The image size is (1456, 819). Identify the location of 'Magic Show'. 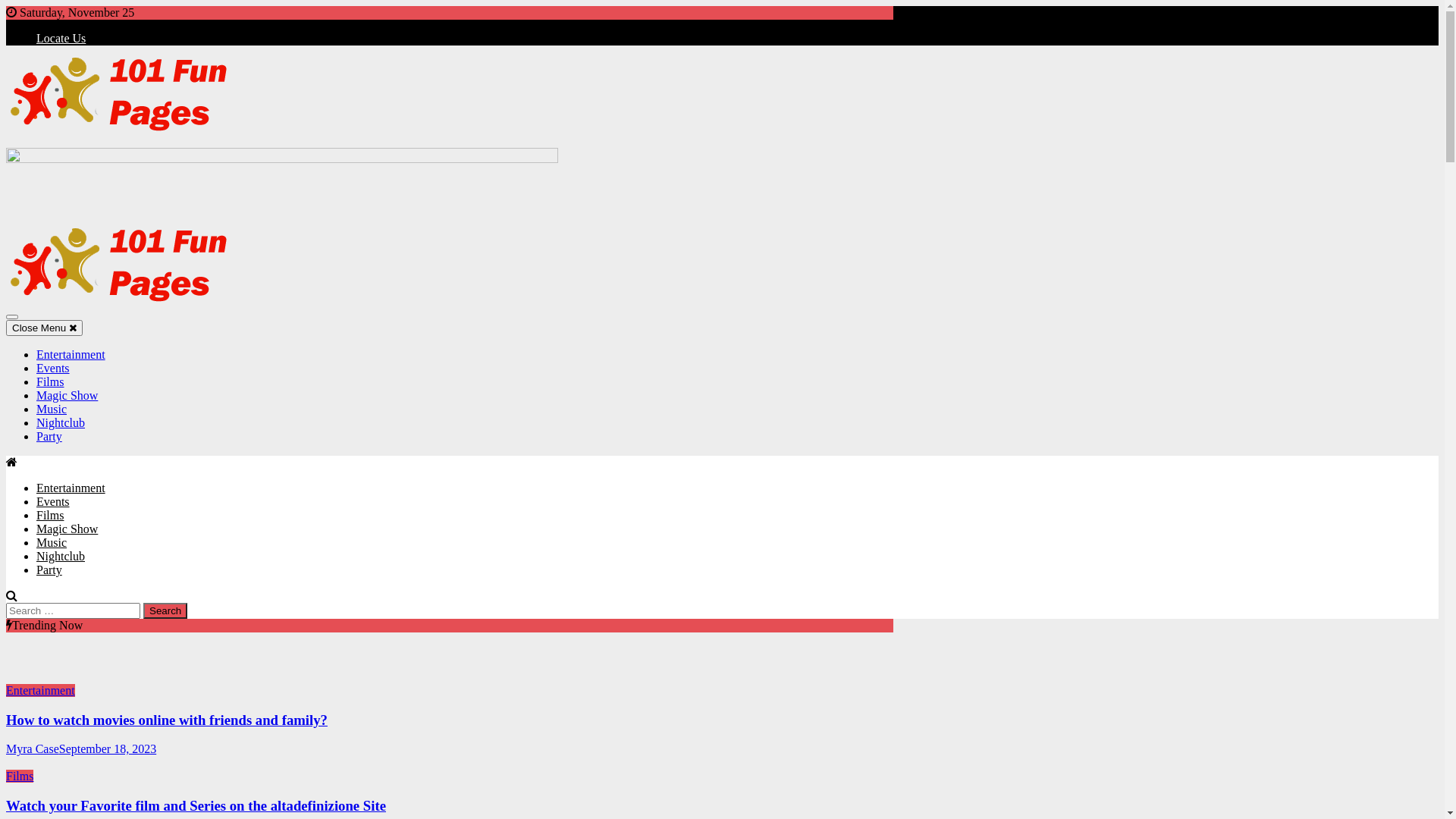
(66, 528).